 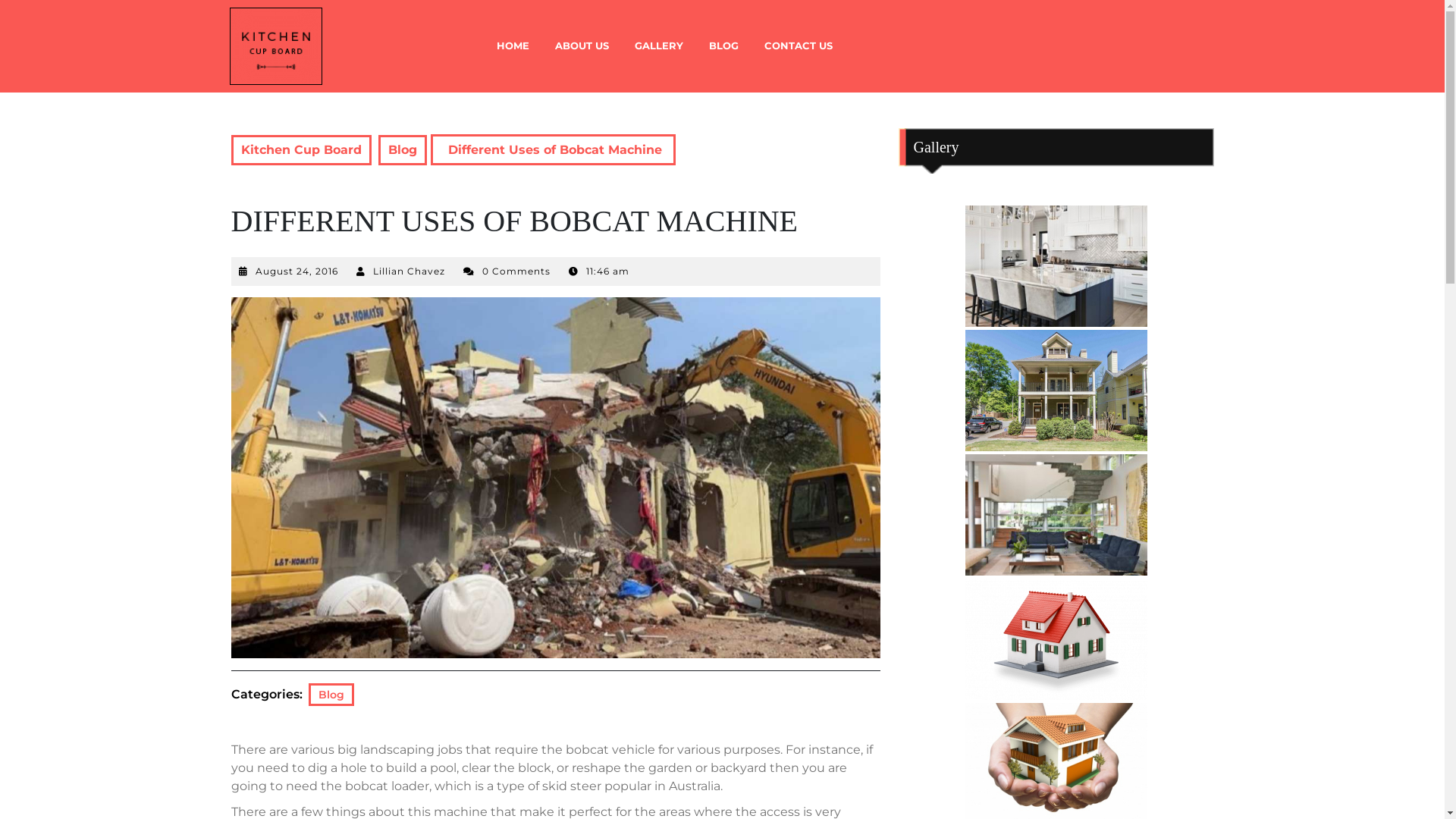 What do you see at coordinates (658, 45) in the screenshot?
I see `'GALLERY'` at bounding box center [658, 45].